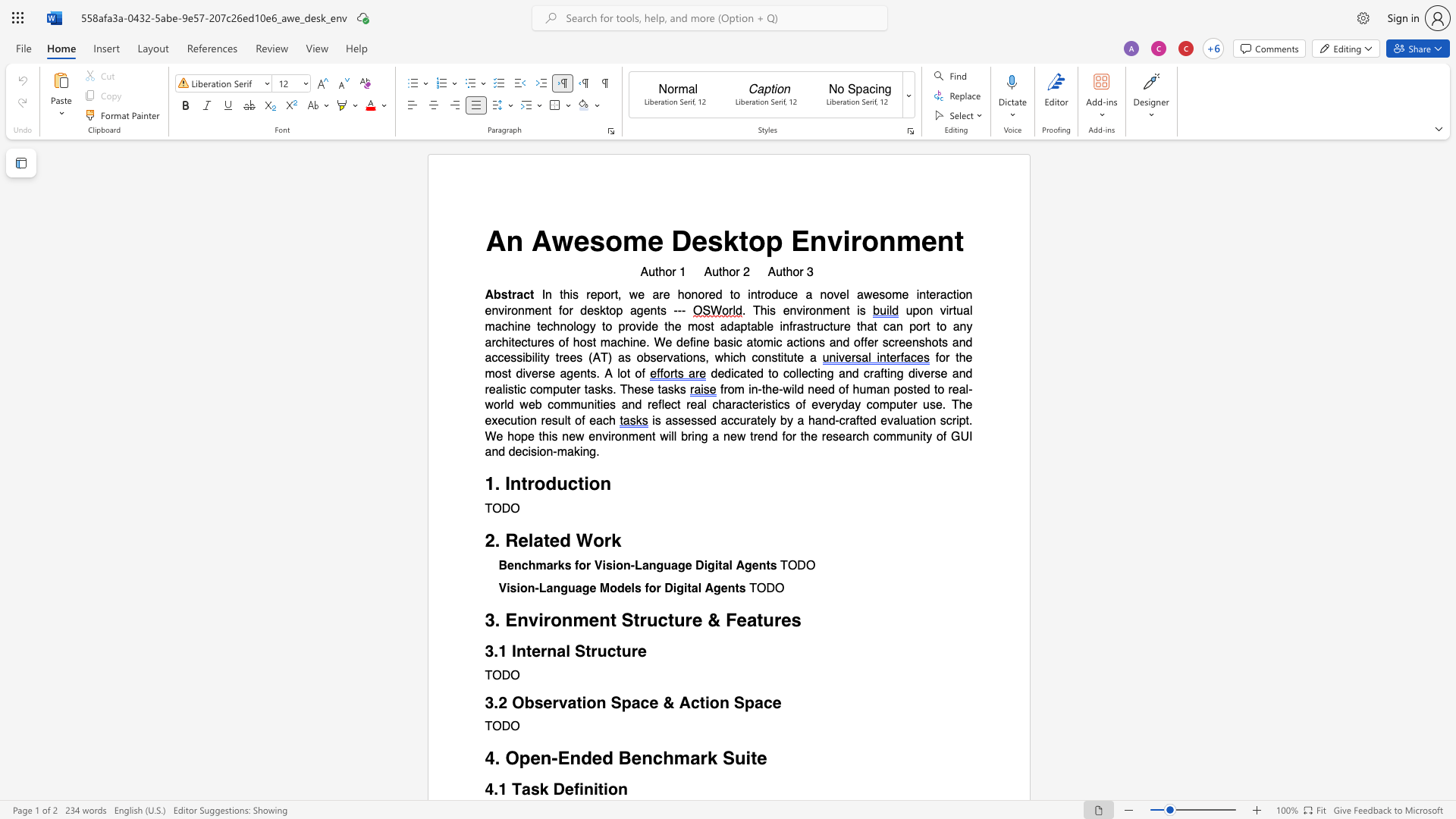 Image resolution: width=1456 pixels, height=819 pixels. I want to click on the 7th character "i" in the text, so click(522, 421).